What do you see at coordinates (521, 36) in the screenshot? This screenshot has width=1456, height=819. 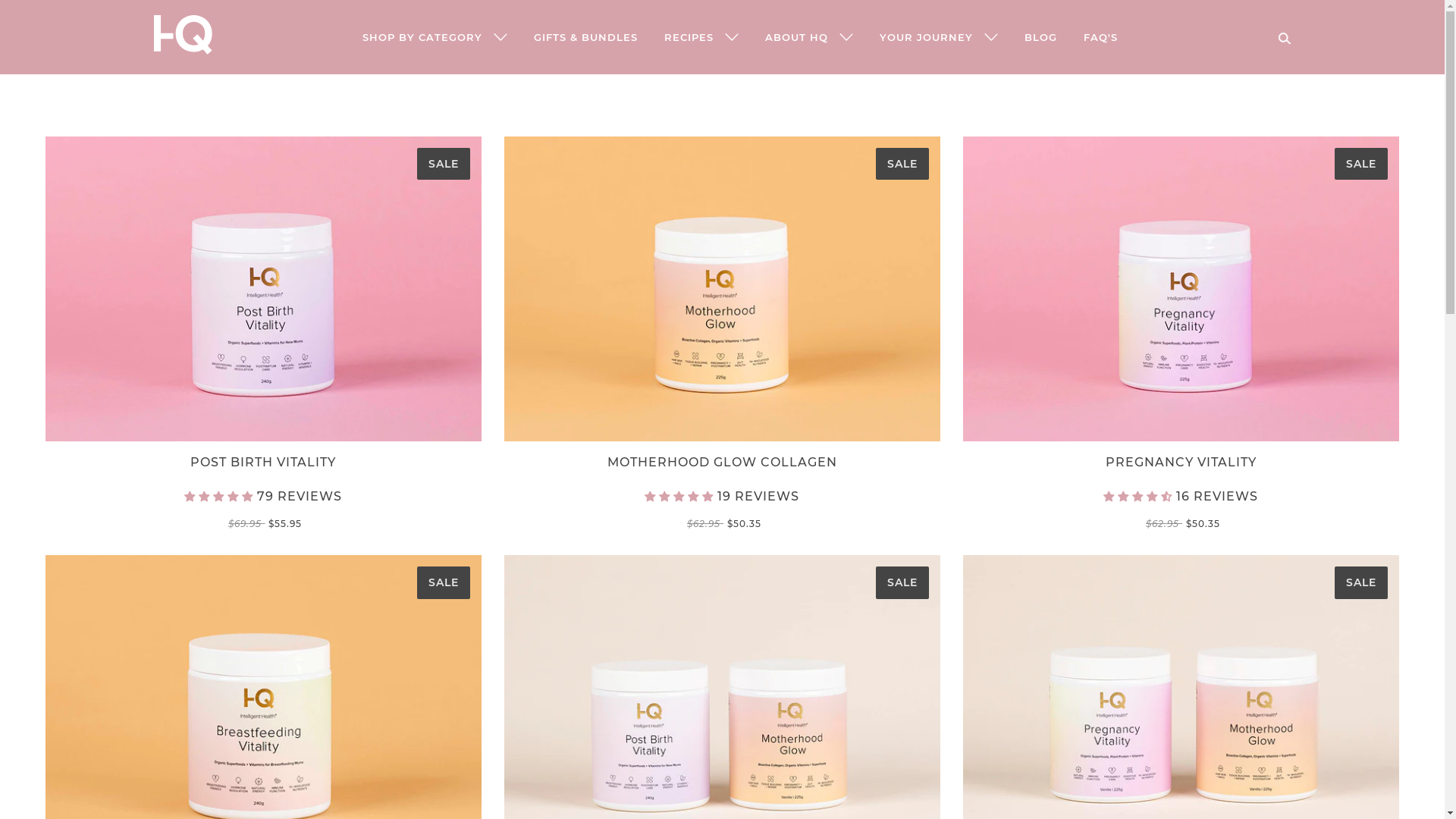 I see `'GIFTS & BUNDLES'` at bounding box center [521, 36].